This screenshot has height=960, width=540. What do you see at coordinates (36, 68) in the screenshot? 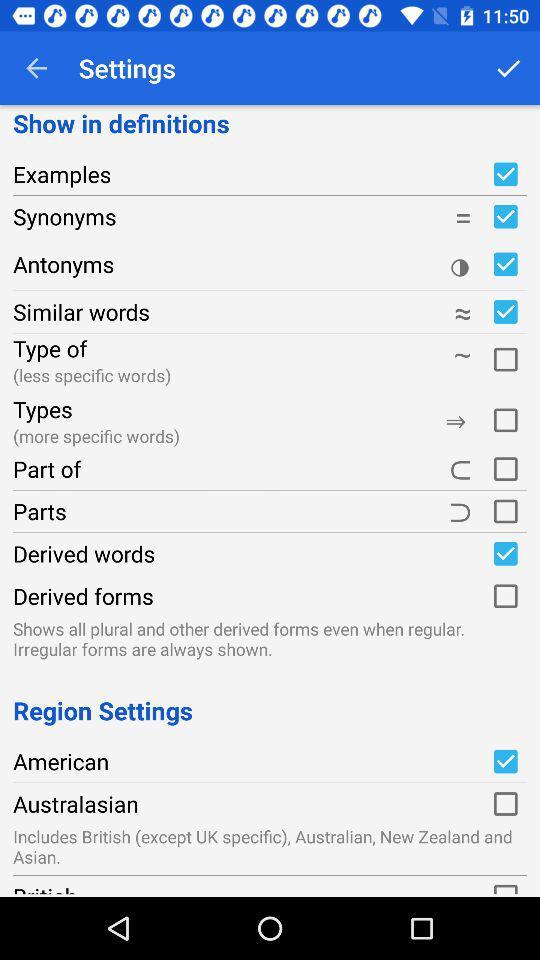
I see `the app next to the settings icon` at bounding box center [36, 68].